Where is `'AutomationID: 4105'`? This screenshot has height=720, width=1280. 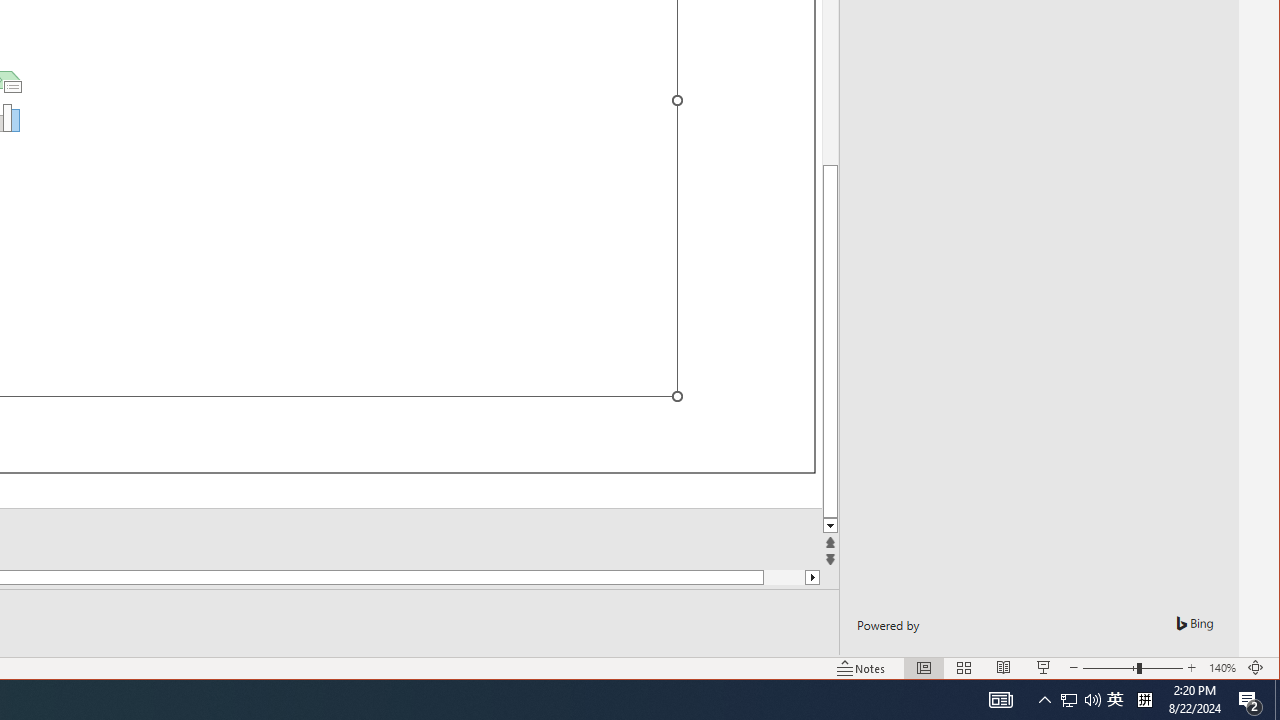
'AutomationID: 4105' is located at coordinates (1044, 698).